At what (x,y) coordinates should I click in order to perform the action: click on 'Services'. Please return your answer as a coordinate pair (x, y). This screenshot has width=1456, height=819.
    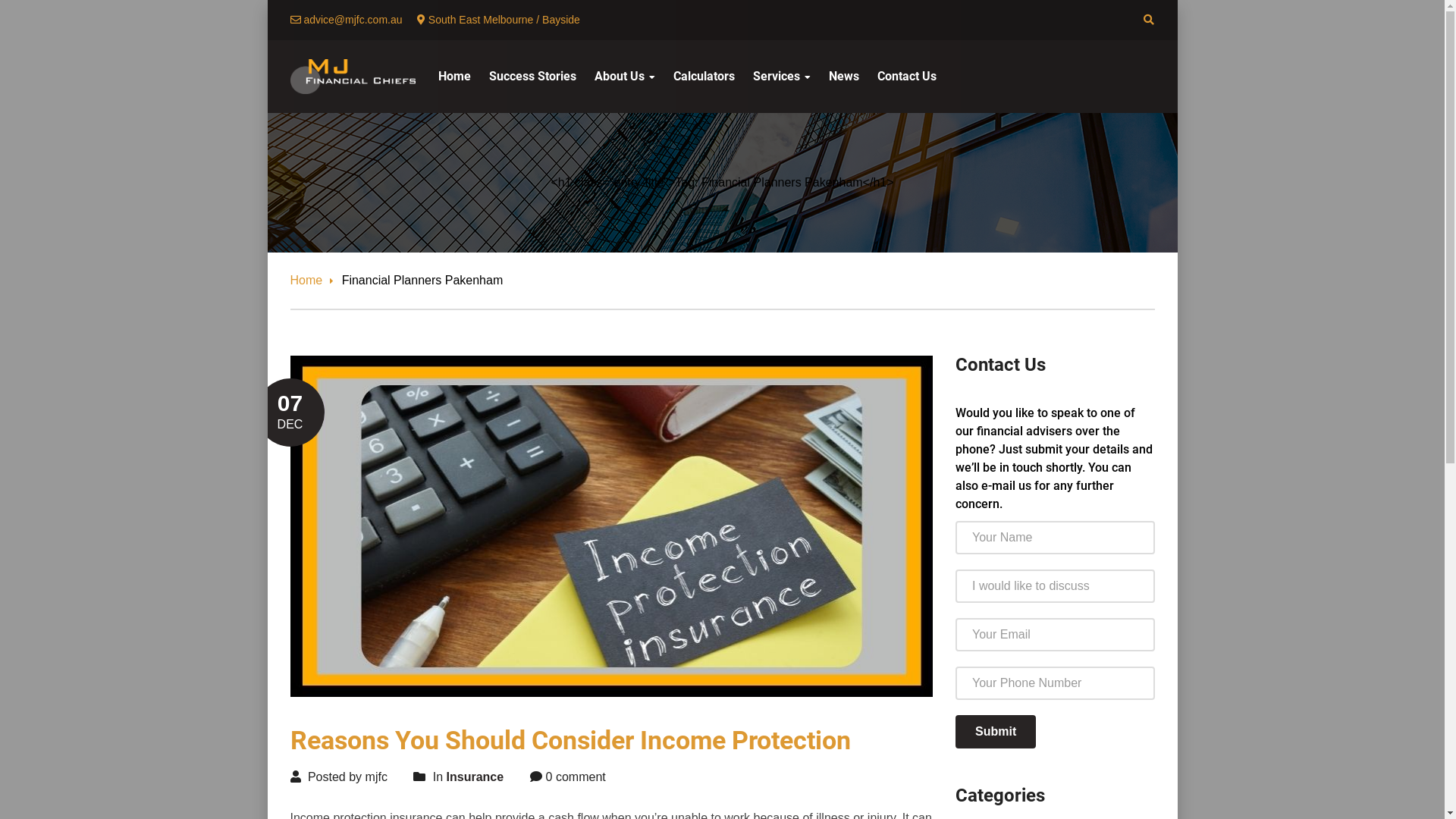
    Looking at the image, I should click on (781, 76).